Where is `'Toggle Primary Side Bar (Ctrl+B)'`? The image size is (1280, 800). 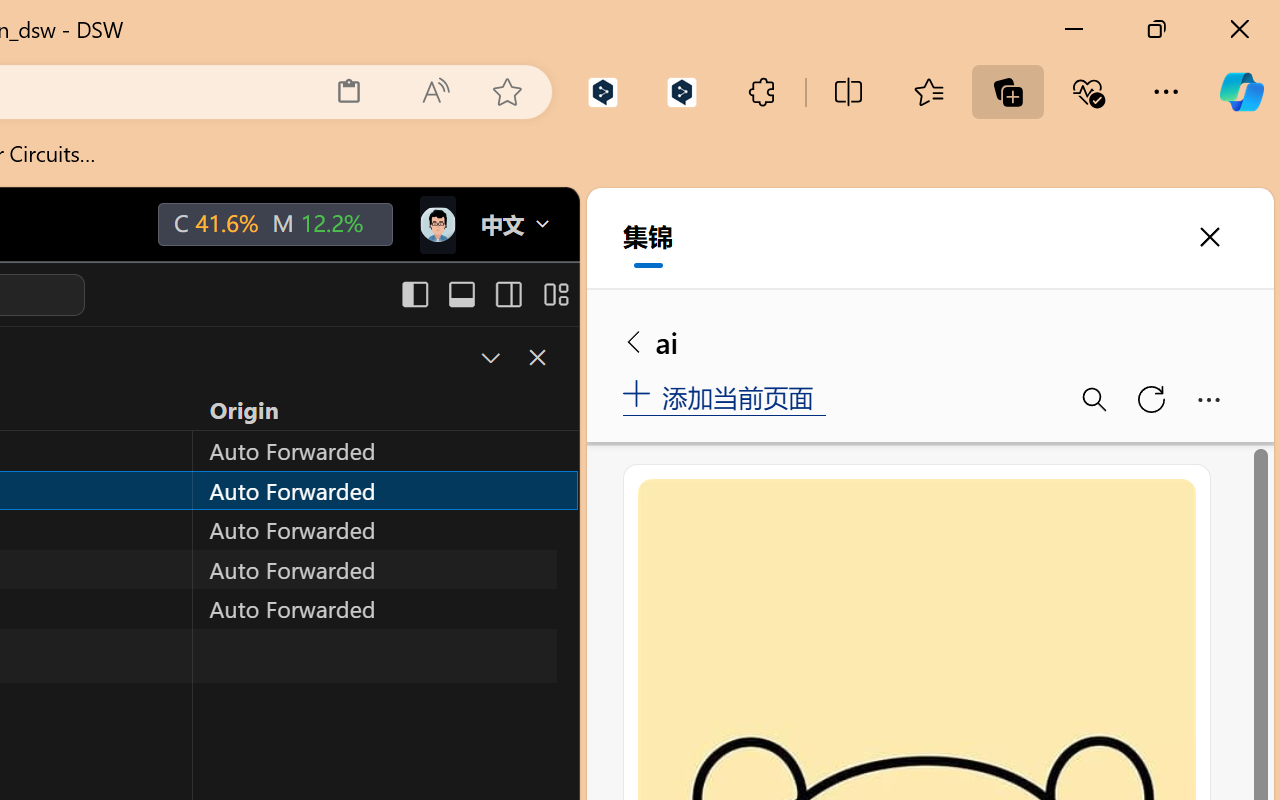 'Toggle Primary Side Bar (Ctrl+B)' is located at coordinates (413, 294).